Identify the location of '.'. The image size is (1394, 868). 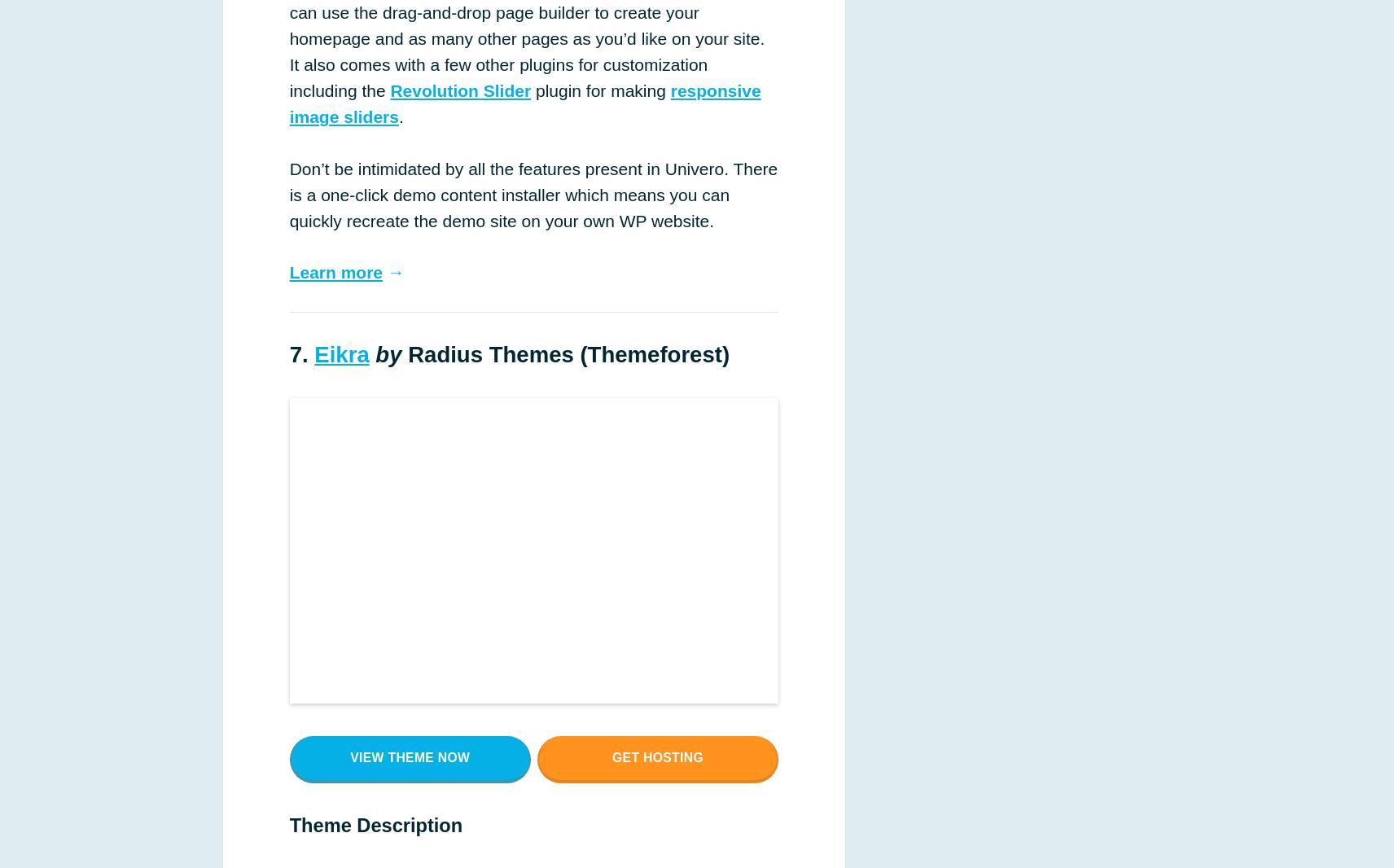
(397, 116).